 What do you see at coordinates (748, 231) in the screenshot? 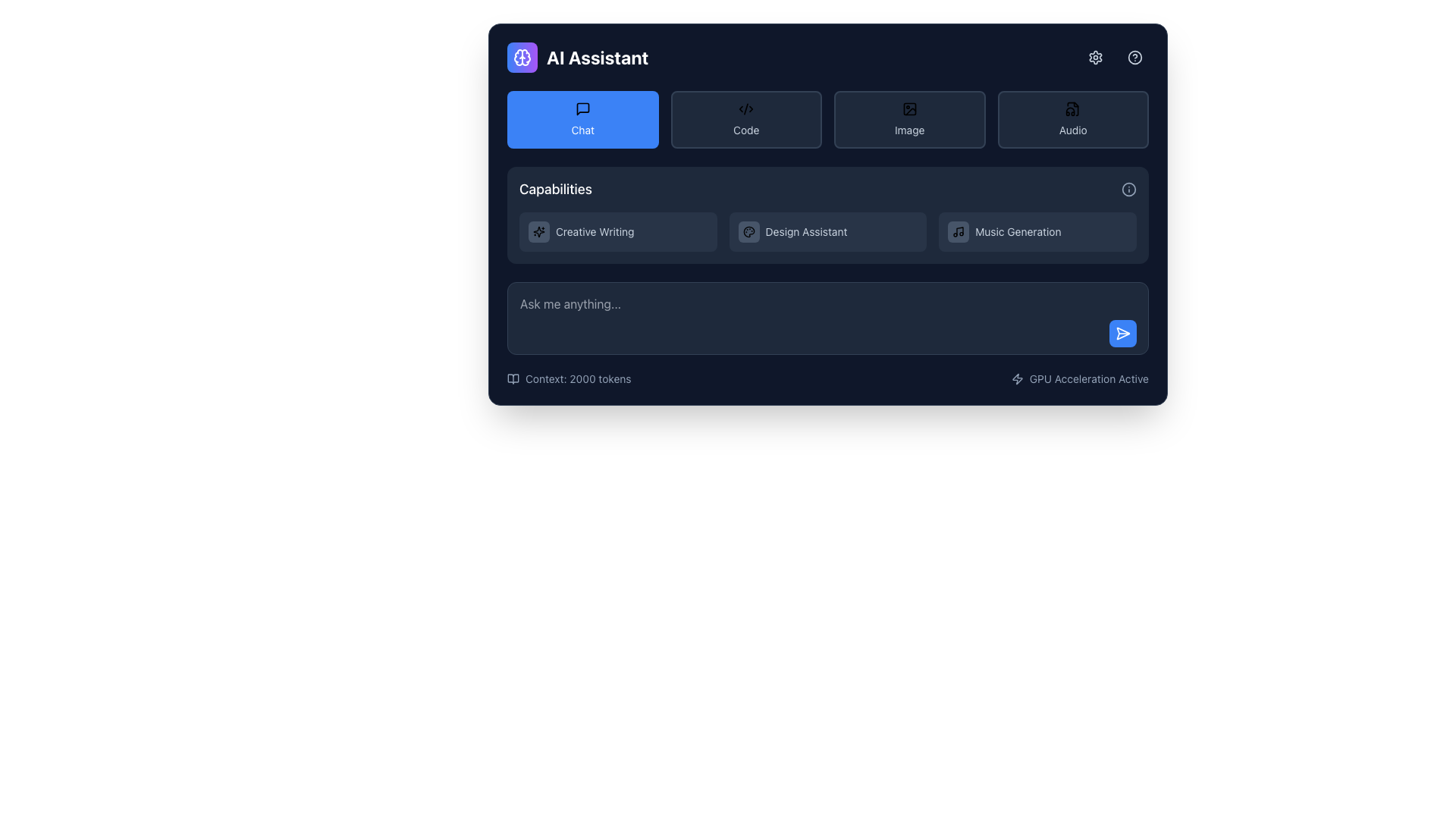
I see `the button with a palette icon, located under the 'Capabilities' header` at bounding box center [748, 231].